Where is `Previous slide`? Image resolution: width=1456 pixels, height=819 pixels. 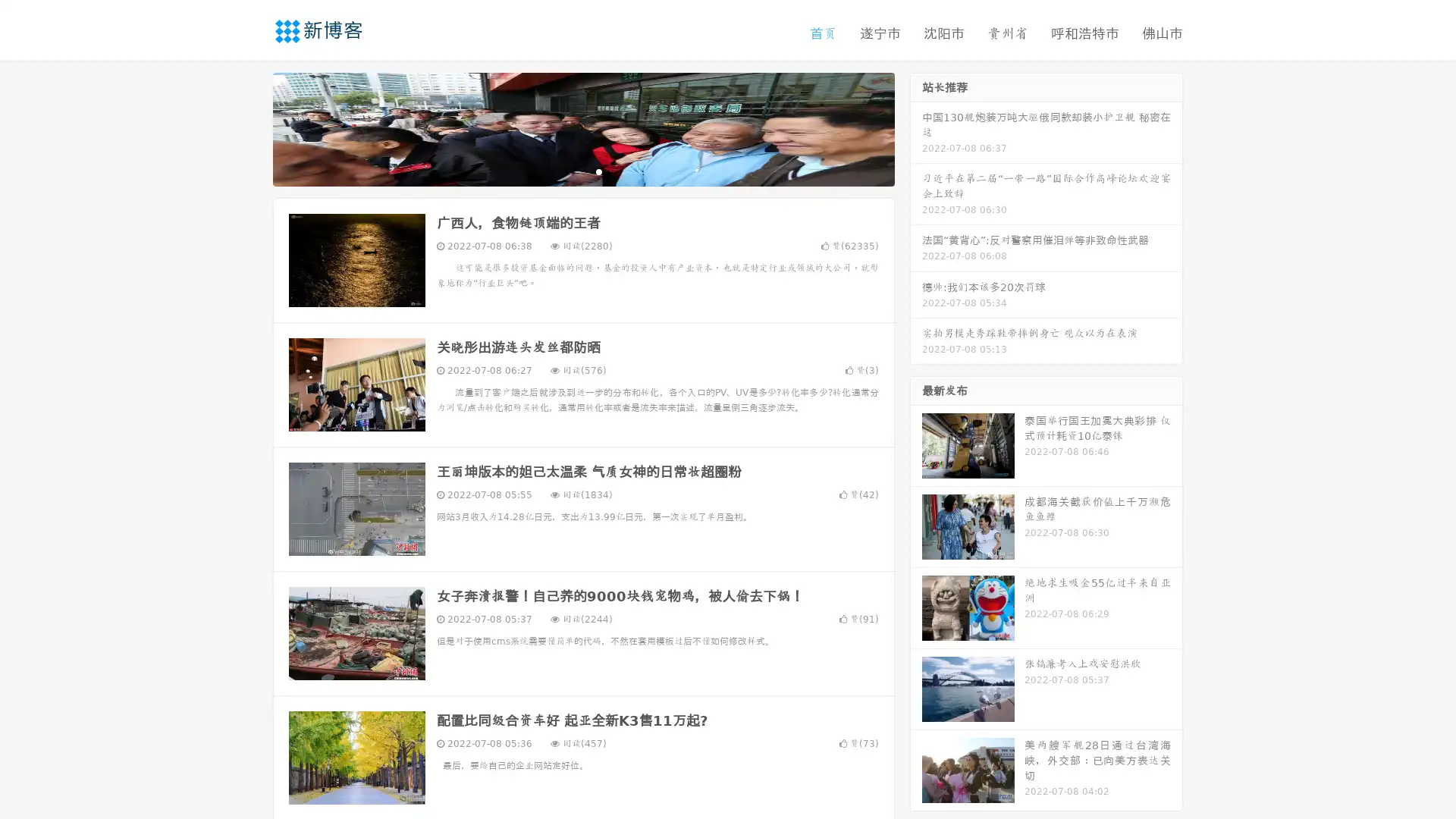
Previous slide is located at coordinates (250, 127).